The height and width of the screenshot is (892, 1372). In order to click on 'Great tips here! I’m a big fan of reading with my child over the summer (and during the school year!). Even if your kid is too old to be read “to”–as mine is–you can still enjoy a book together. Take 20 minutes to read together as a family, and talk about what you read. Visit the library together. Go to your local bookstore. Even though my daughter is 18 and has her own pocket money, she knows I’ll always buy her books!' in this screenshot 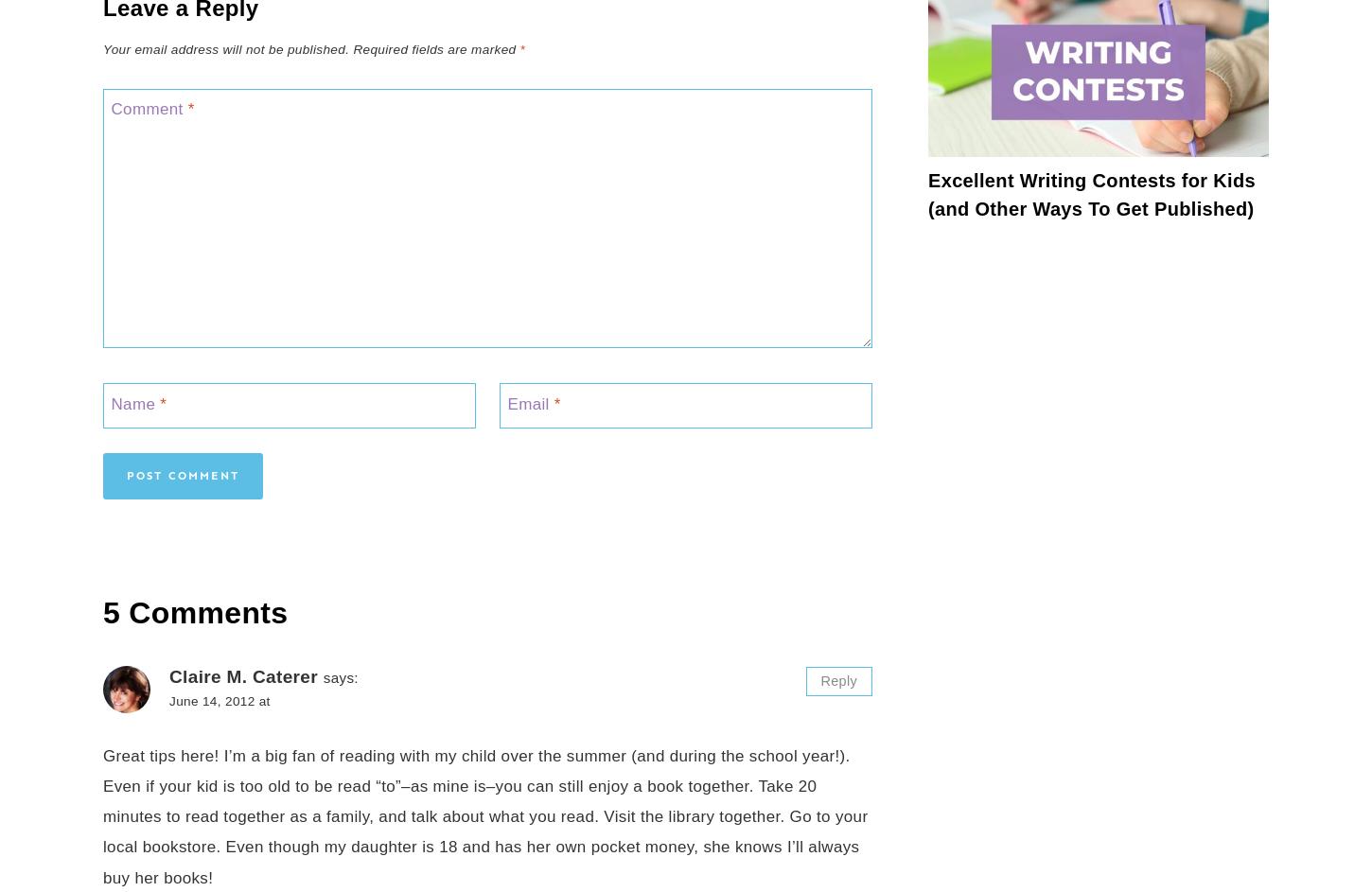, I will do `click(485, 816)`.